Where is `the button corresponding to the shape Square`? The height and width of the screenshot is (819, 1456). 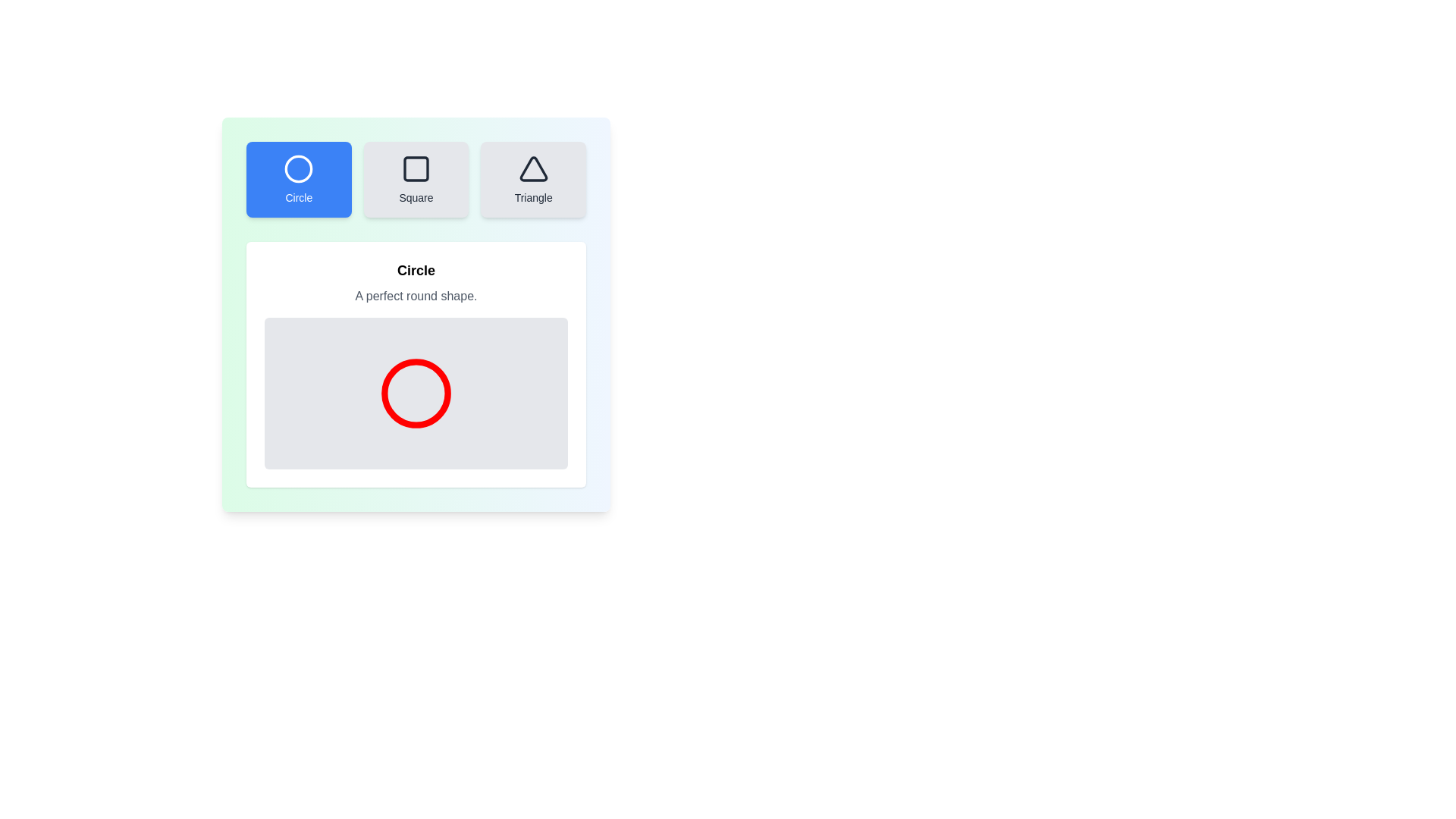 the button corresponding to the shape Square is located at coordinates (415, 178).